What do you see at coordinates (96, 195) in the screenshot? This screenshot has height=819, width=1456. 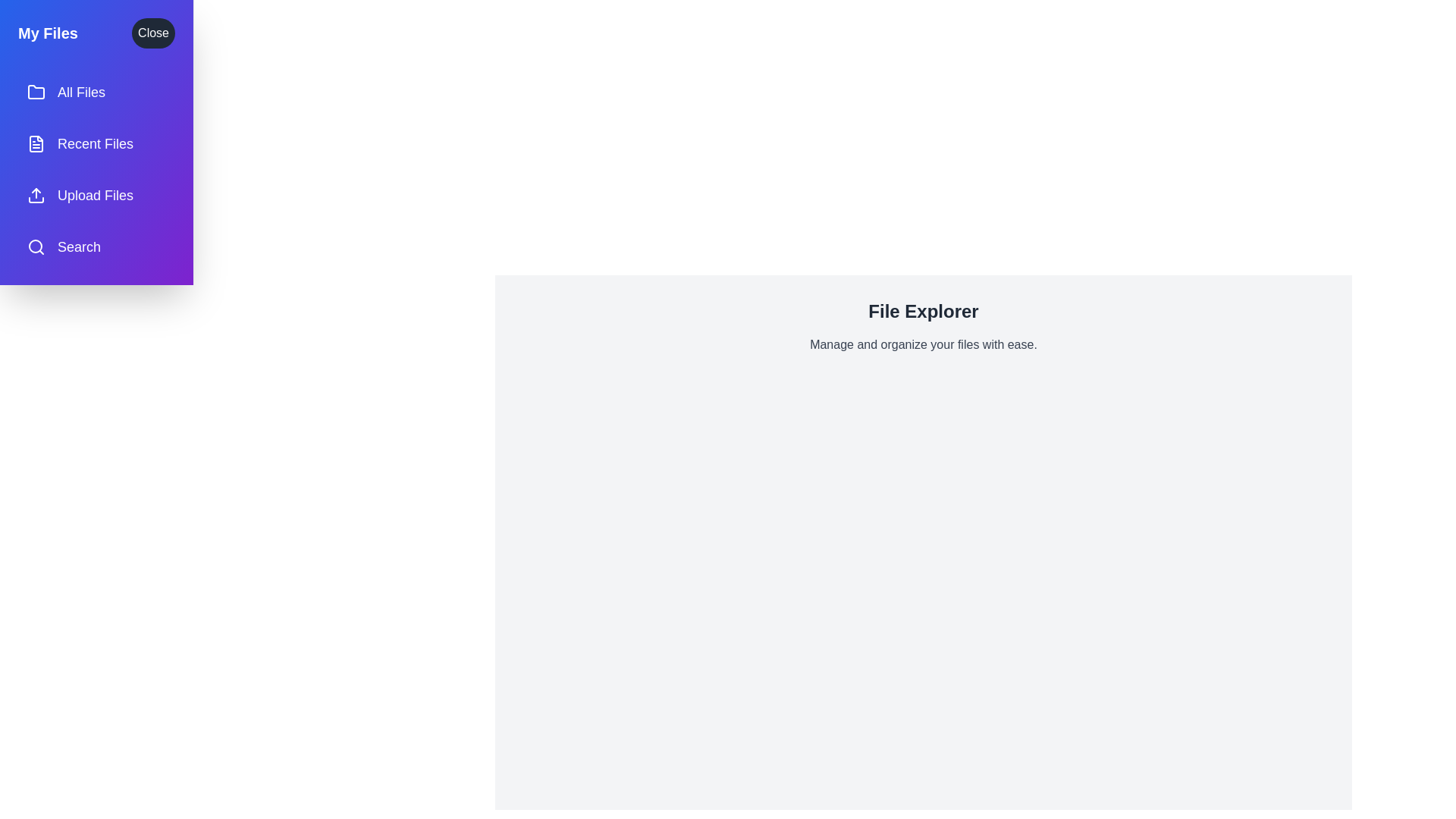 I see `the menu item Upload Files to observe the hover effect` at bounding box center [96, 195].